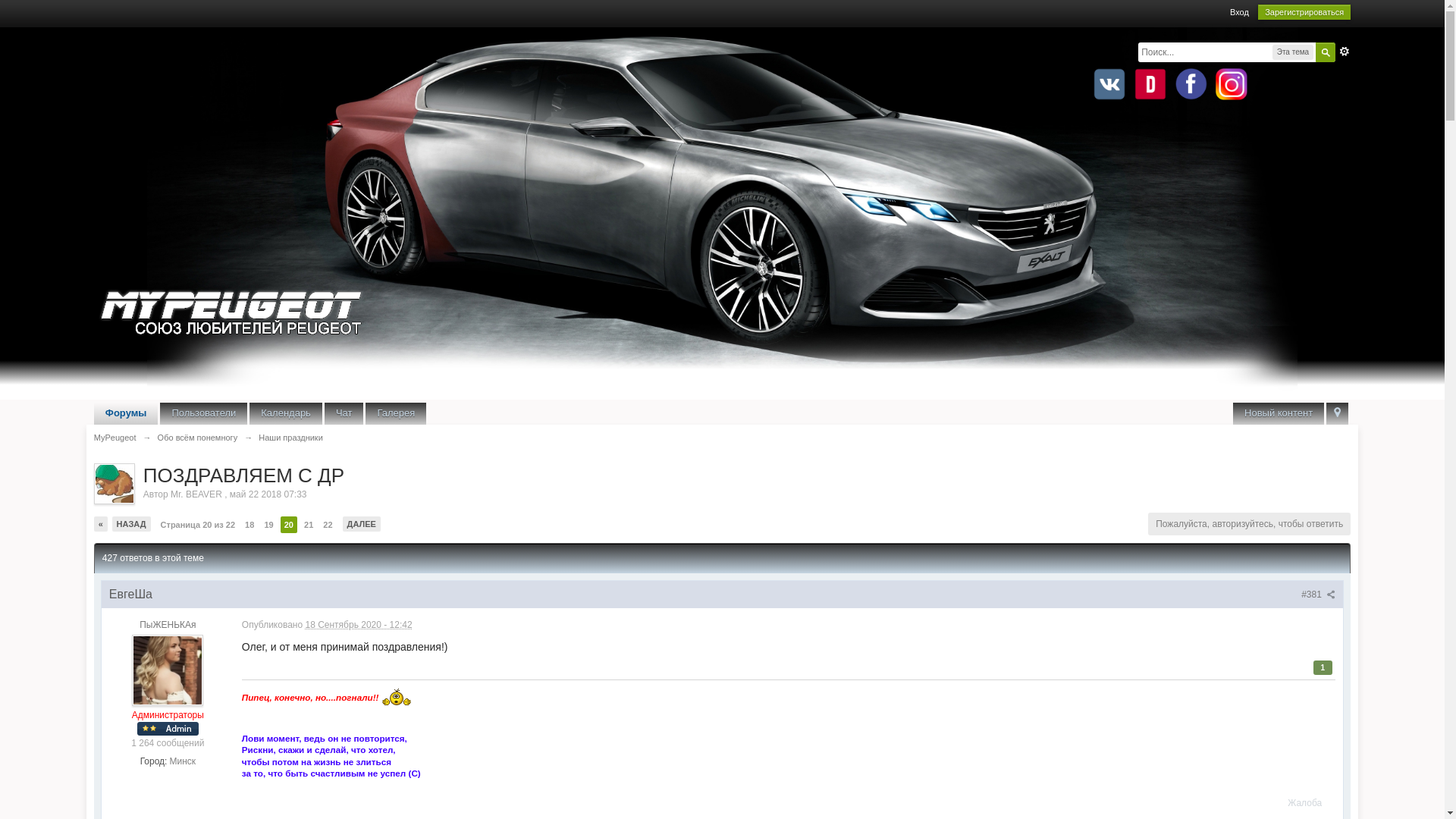 This screenshot has width=1456, height=819. What do you see at coordinates (249, 523) in the screenshot?
I see `'18'` at bounding box center [249, 523].